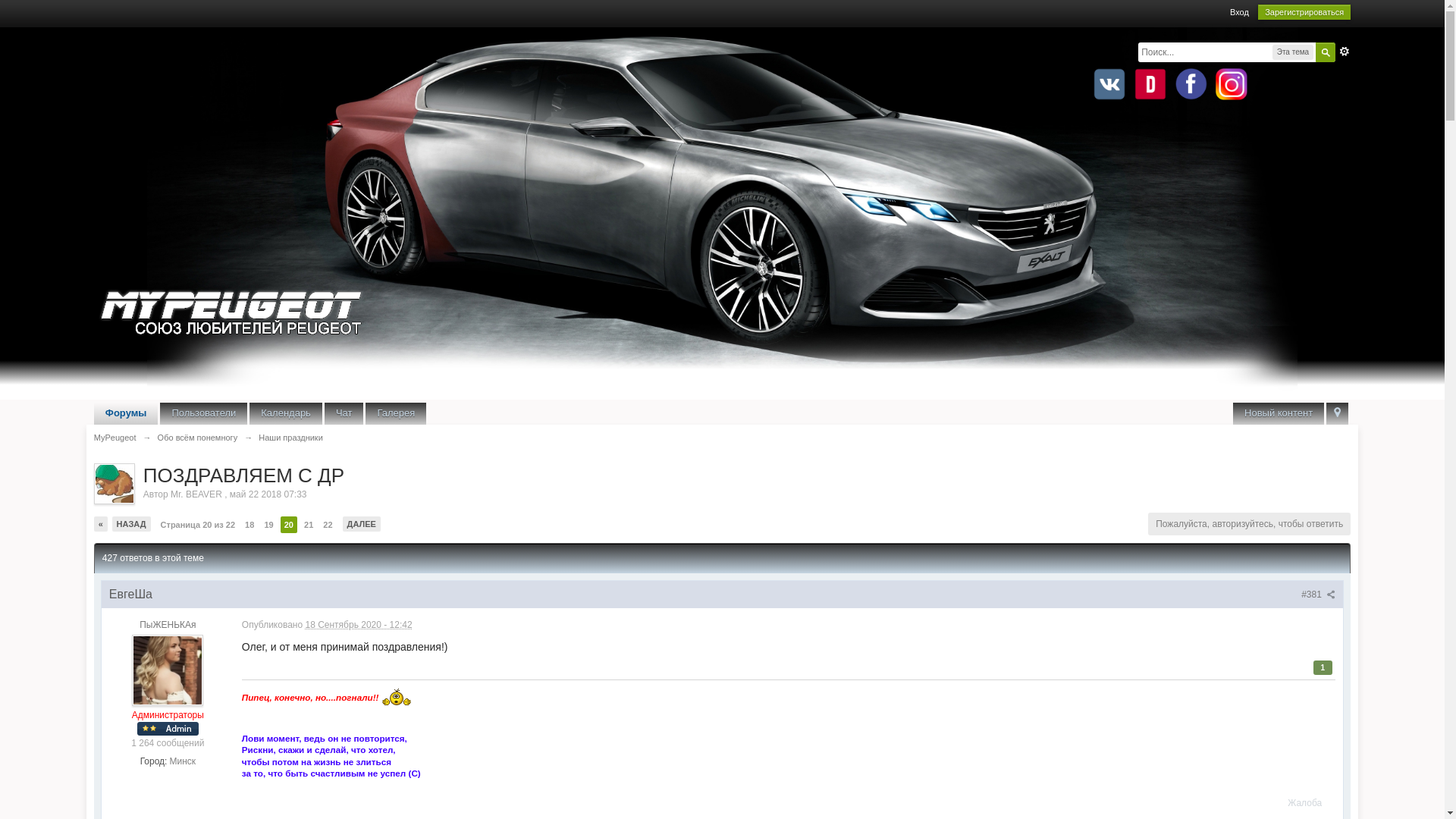 This screenshot has width=1456, height=819. What do you see at coordinates (249, 523) in the screenshot?
I see `'18'` at bounding box center [249, 523].